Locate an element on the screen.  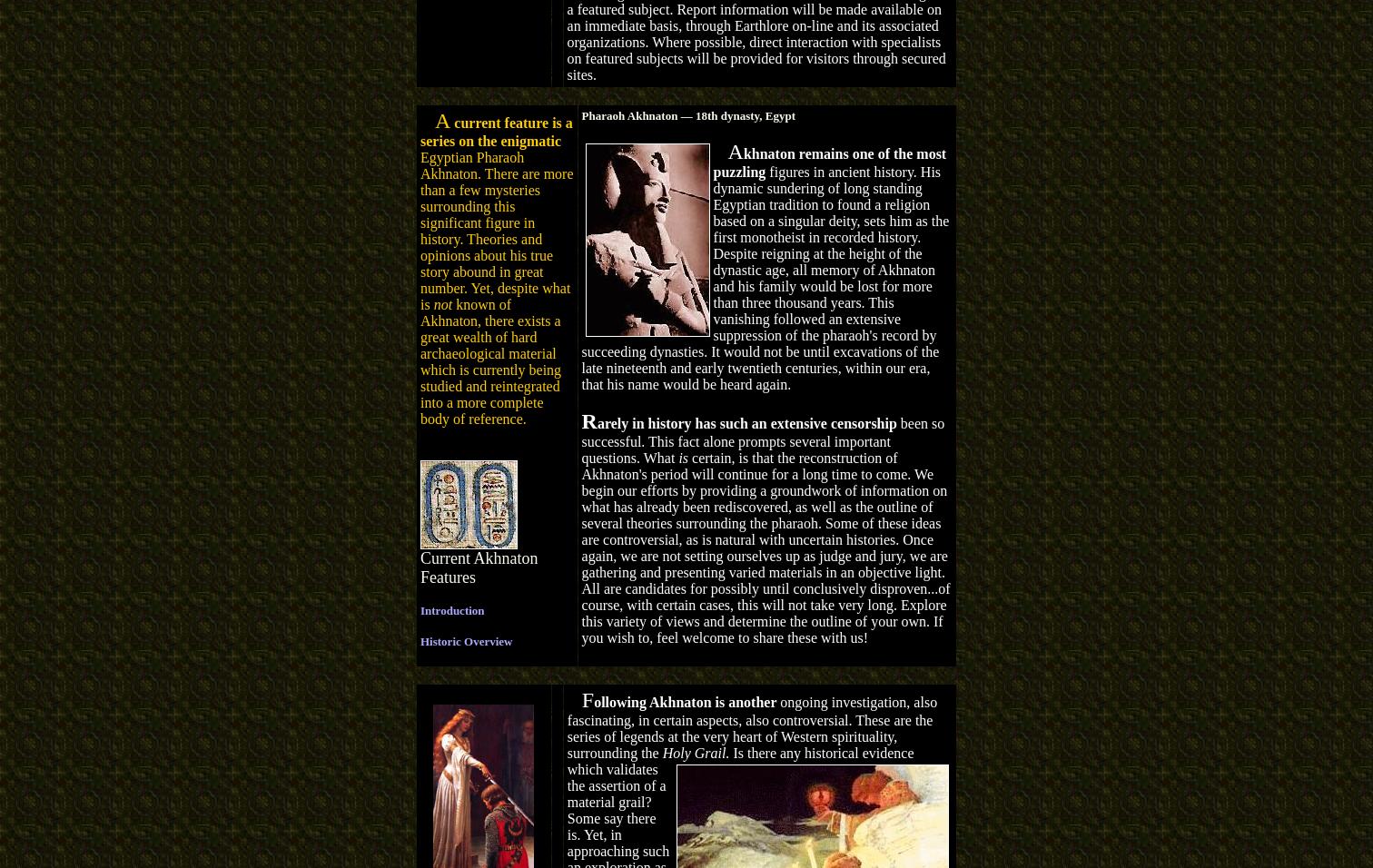
'Current Akhnaton' is located at coordinates (479, 557).